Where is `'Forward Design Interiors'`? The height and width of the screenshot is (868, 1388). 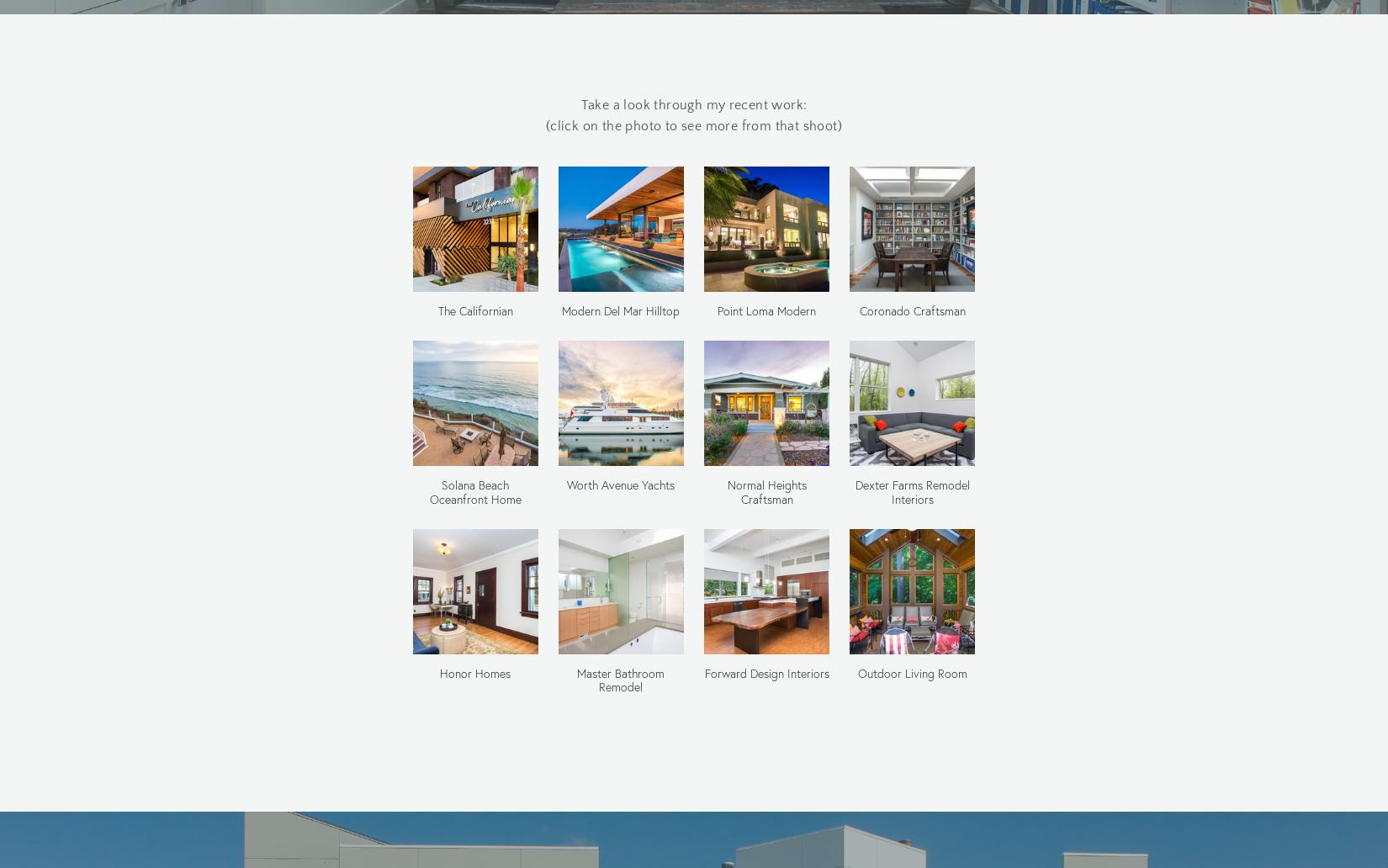
'Forward Design Interiors' is located at coordinates (766, 672).